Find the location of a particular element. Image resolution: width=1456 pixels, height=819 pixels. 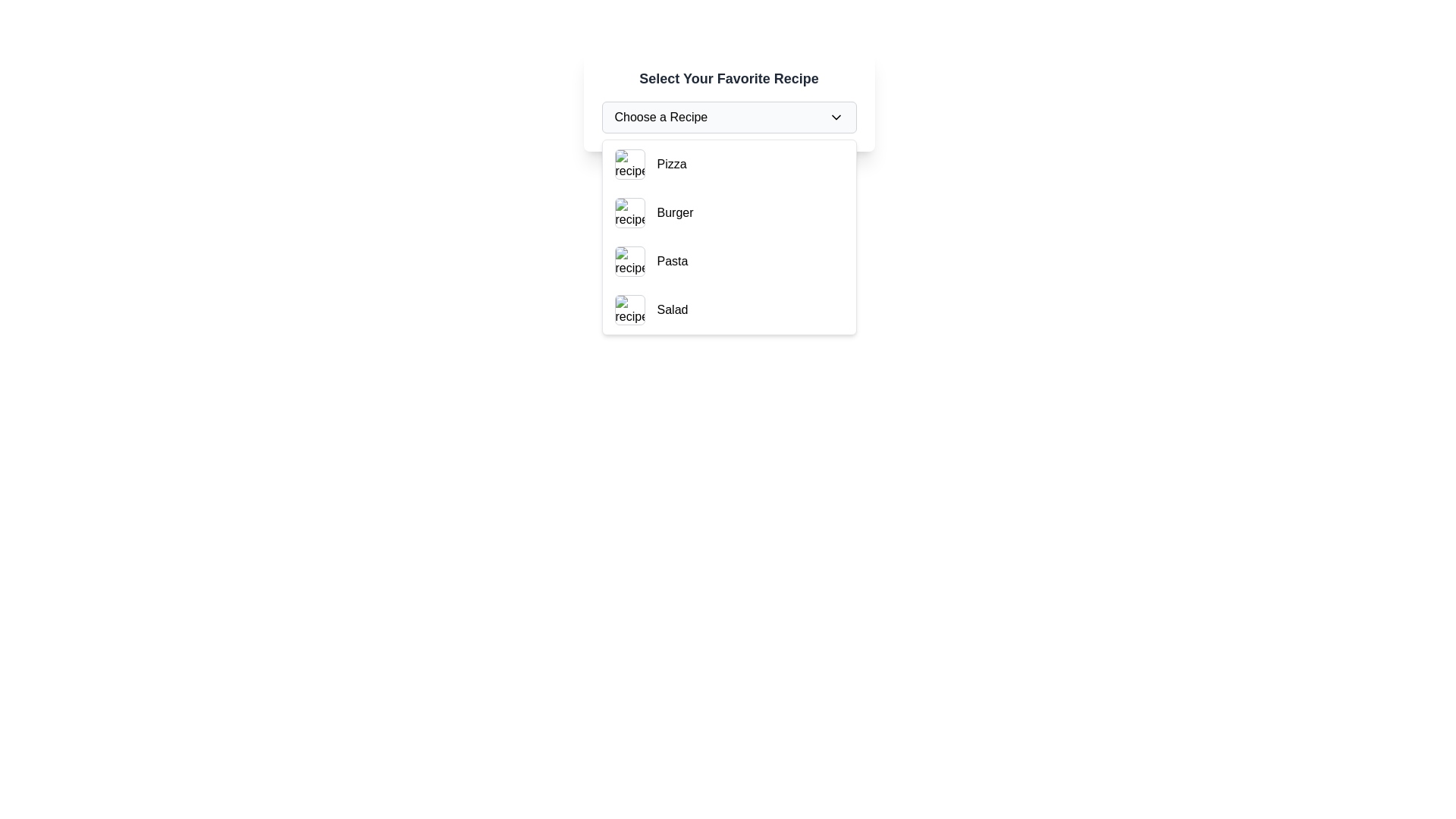

the 'Pizza' option label in the dropdown menu is located at coordinates (671, 164).